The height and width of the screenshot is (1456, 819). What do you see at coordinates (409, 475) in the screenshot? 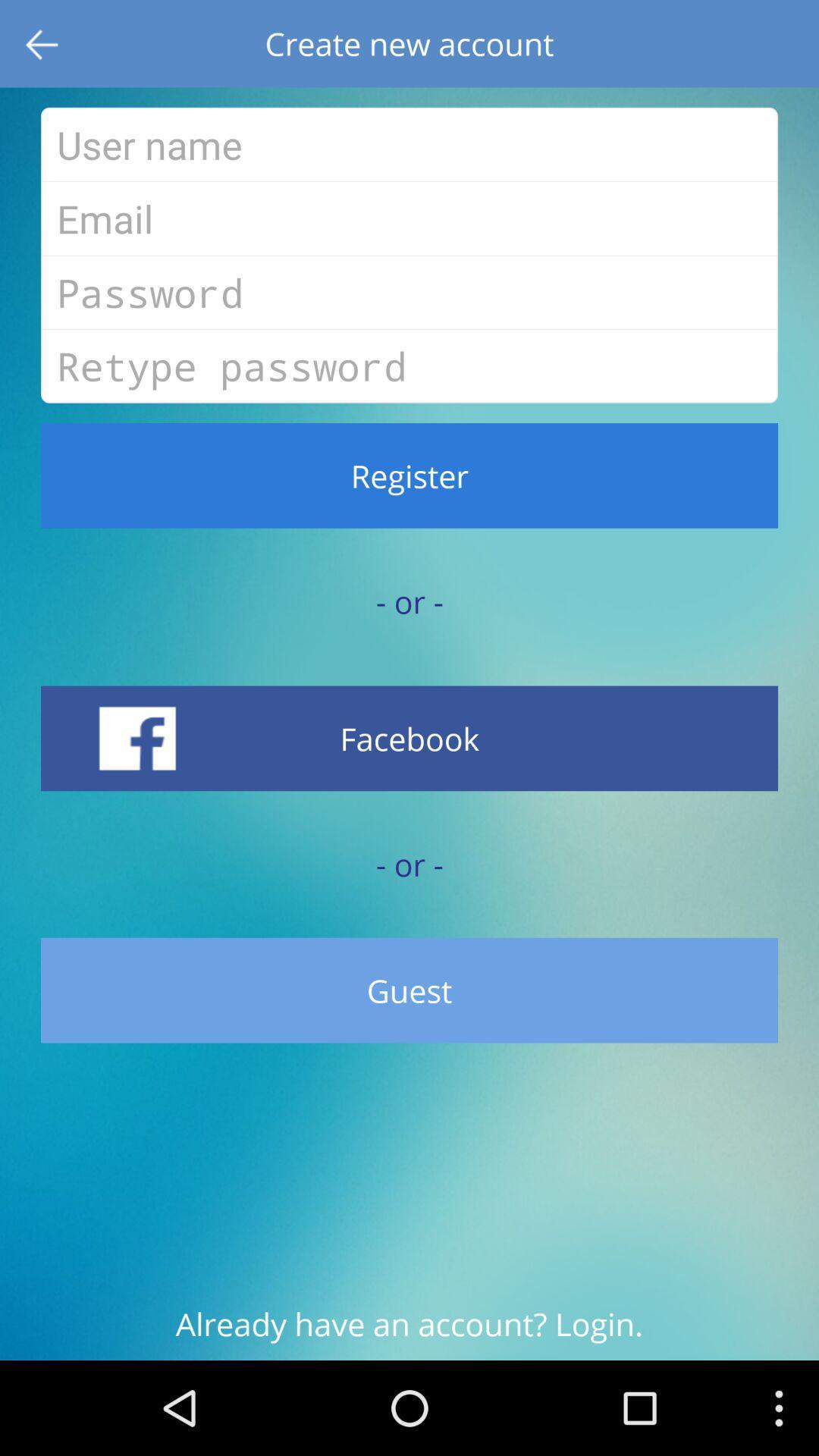
I see `the icon above - or - item` at bounding box center [409, 475].